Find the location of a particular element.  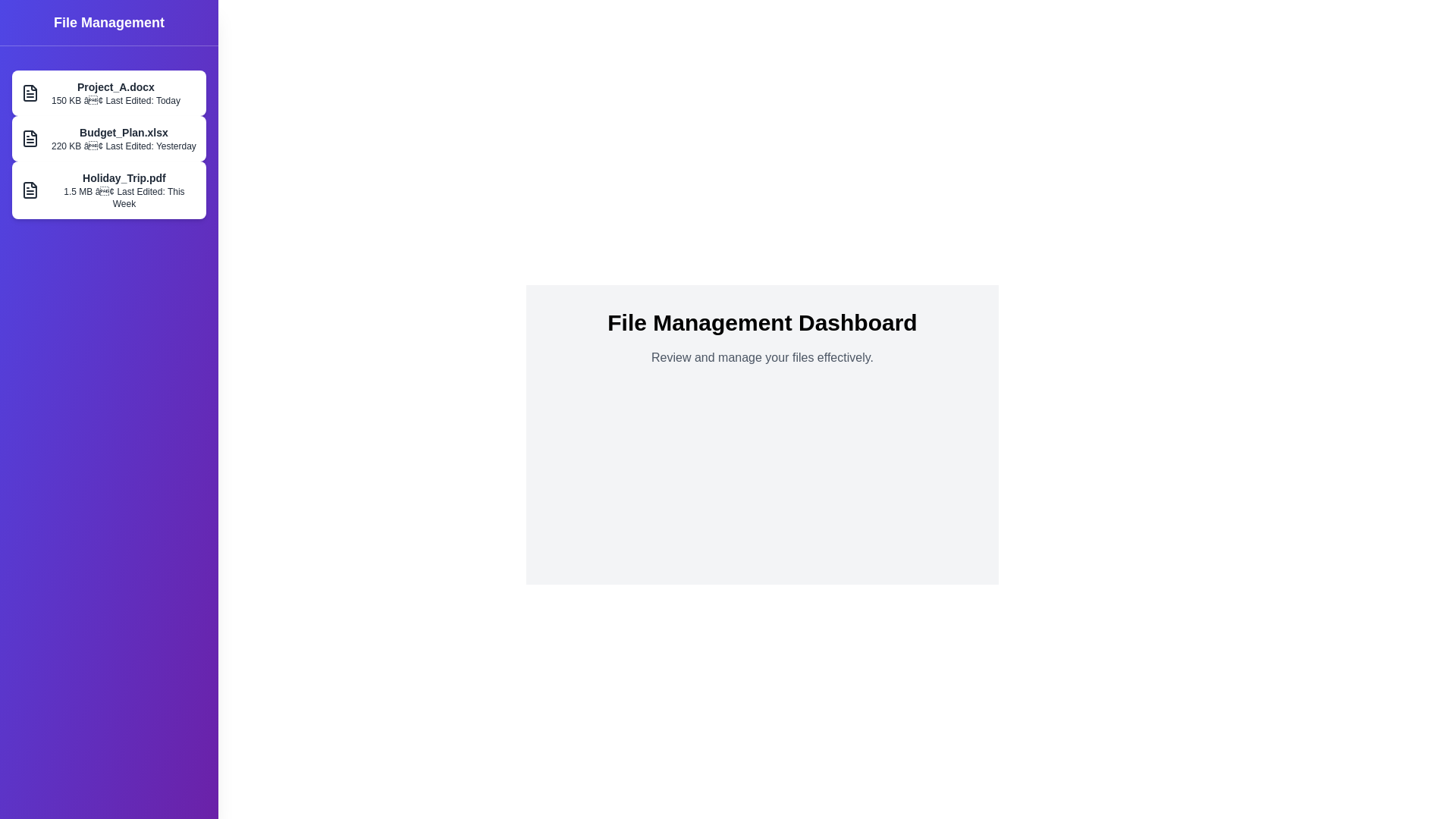

toggle button to toggle the drawer's open/close state is located at coordinates (30, 30).